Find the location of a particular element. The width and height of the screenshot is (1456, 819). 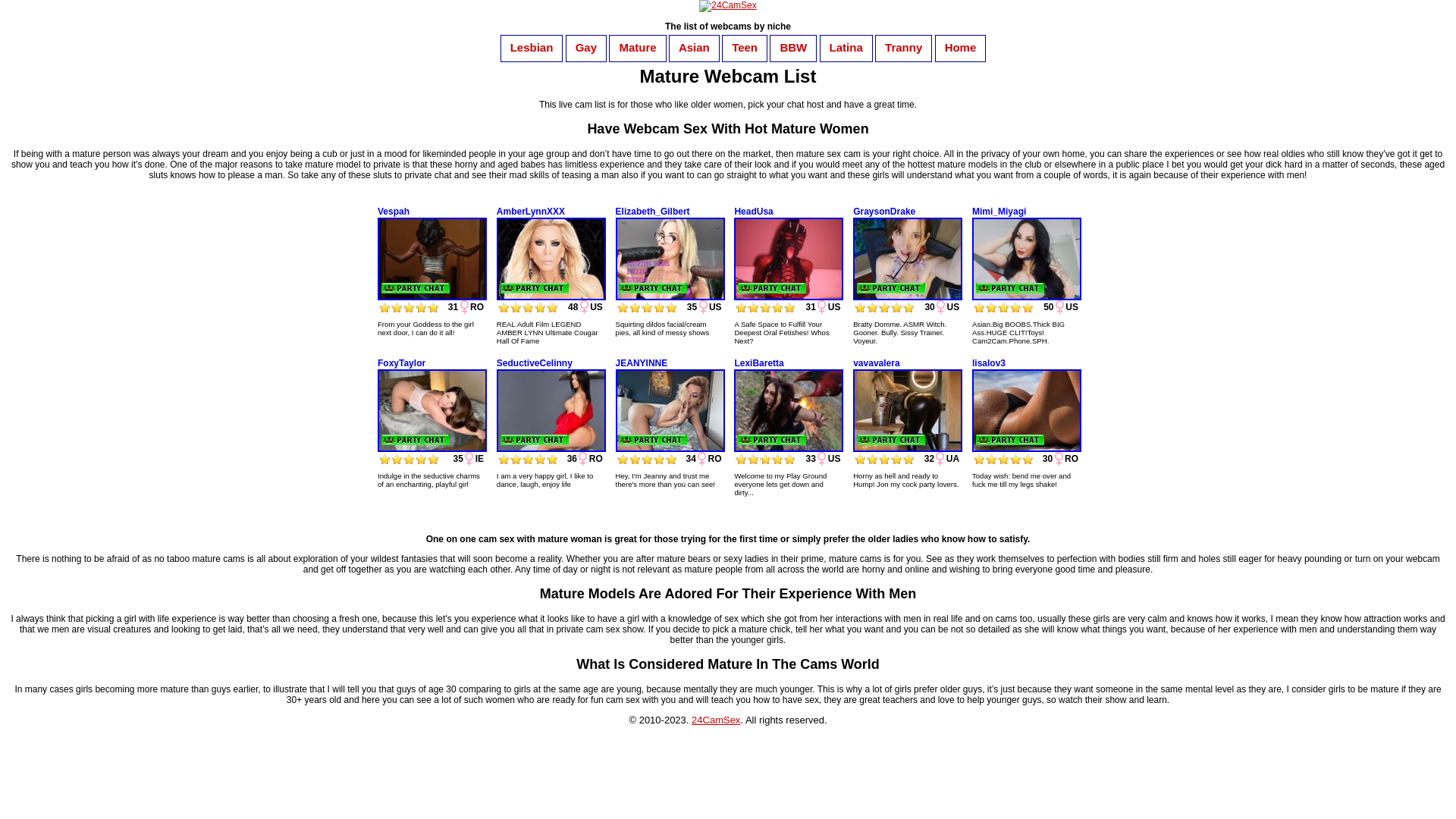

'Asian' is located at coordinates (693, 46).